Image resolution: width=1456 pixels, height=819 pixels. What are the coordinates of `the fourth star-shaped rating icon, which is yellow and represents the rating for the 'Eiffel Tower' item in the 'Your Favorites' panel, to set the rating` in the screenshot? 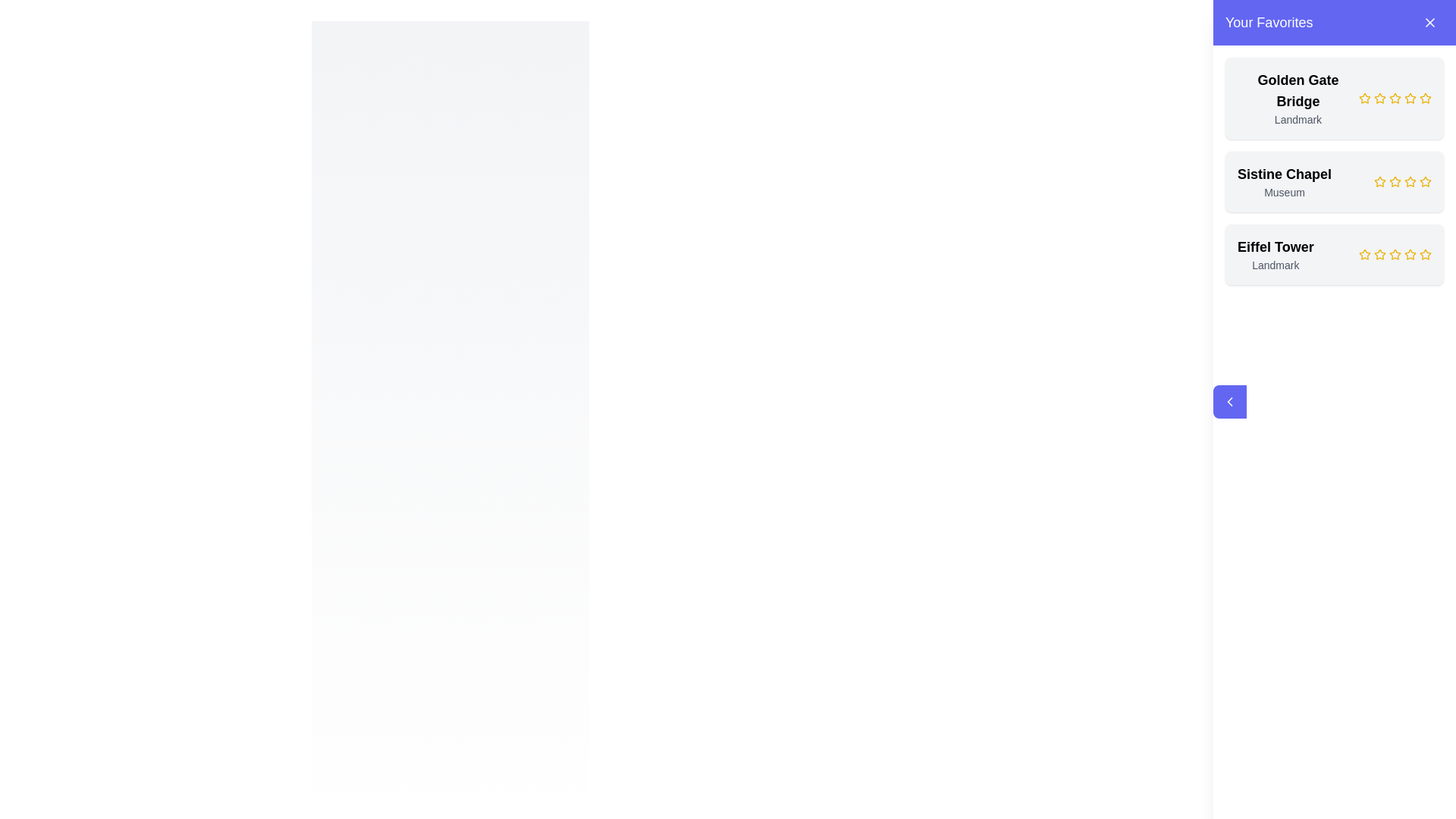 It's located at (1395, 253).